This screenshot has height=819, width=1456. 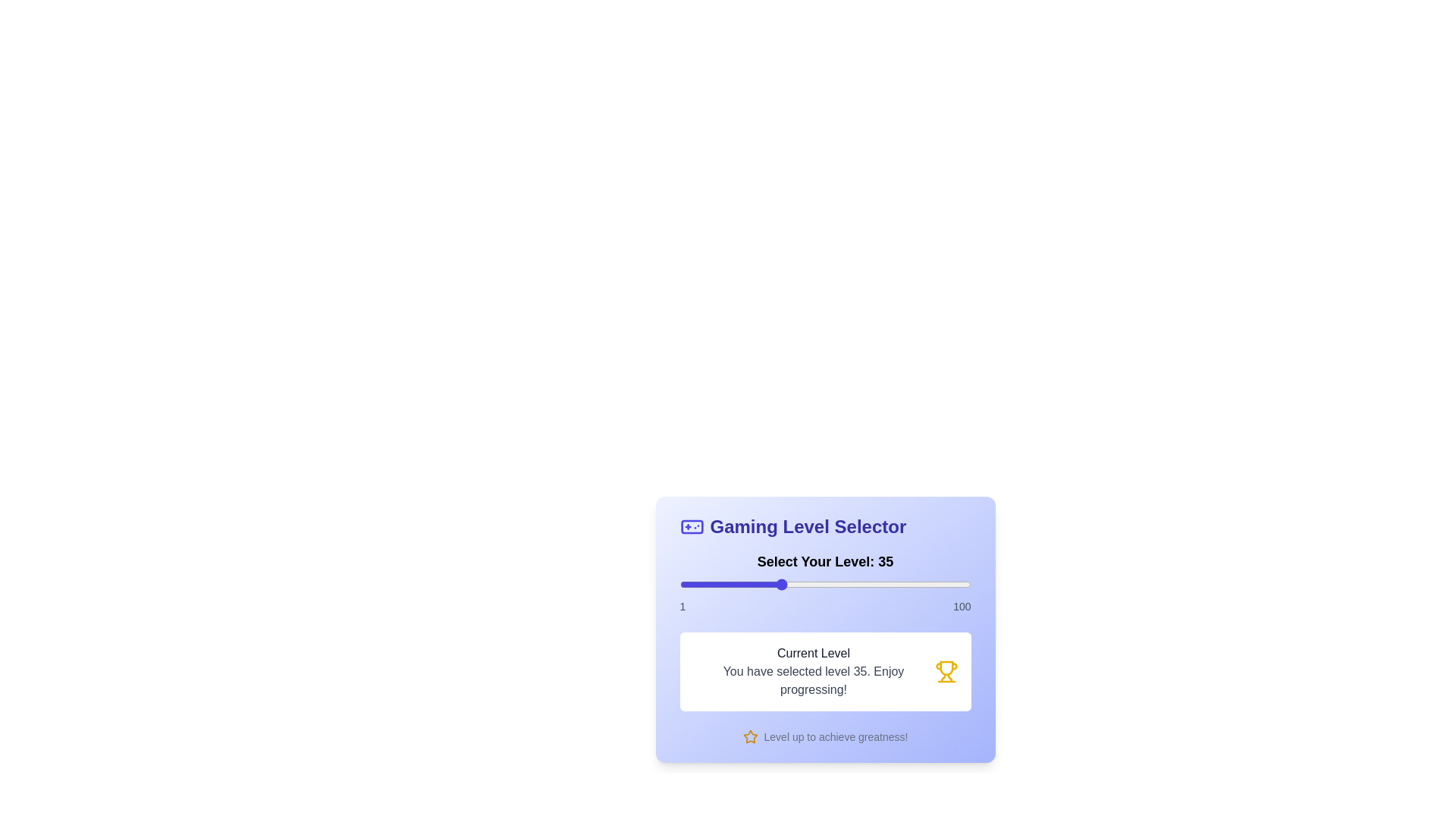 I want to click on the gaming level, so click(x=793, y=584).